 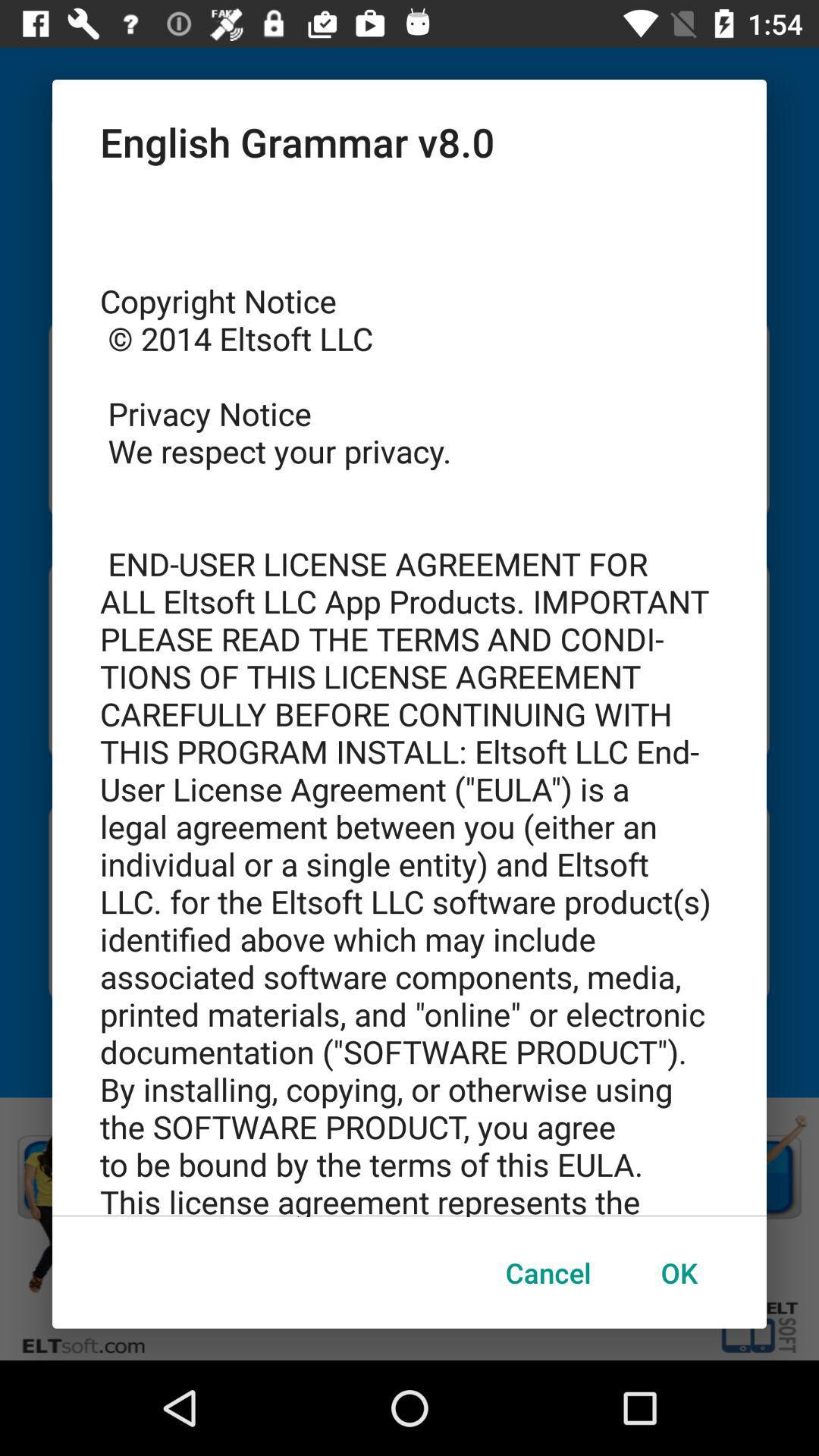 What do you see at coordinates (548, 1272) in the screenshot?
I see `item to the left of ok` at bounding box center [548, 1272].